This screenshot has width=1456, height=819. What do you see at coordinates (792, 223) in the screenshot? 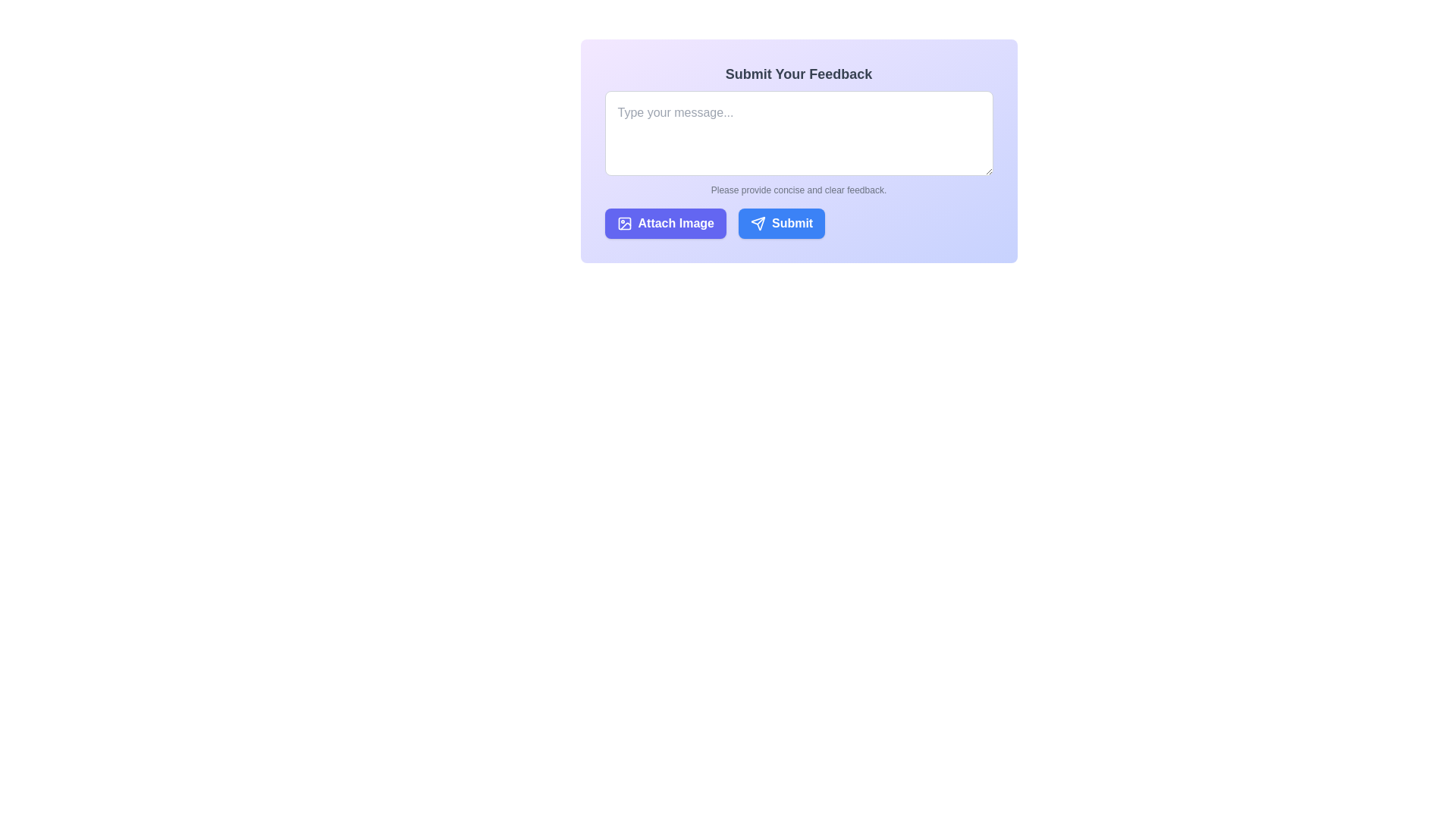
I see `the 'Submit' button, which is a blue button with rounded corners and white text, located towards the bottom-right corner of the feedback submission section` at bounding box center [792, 223].